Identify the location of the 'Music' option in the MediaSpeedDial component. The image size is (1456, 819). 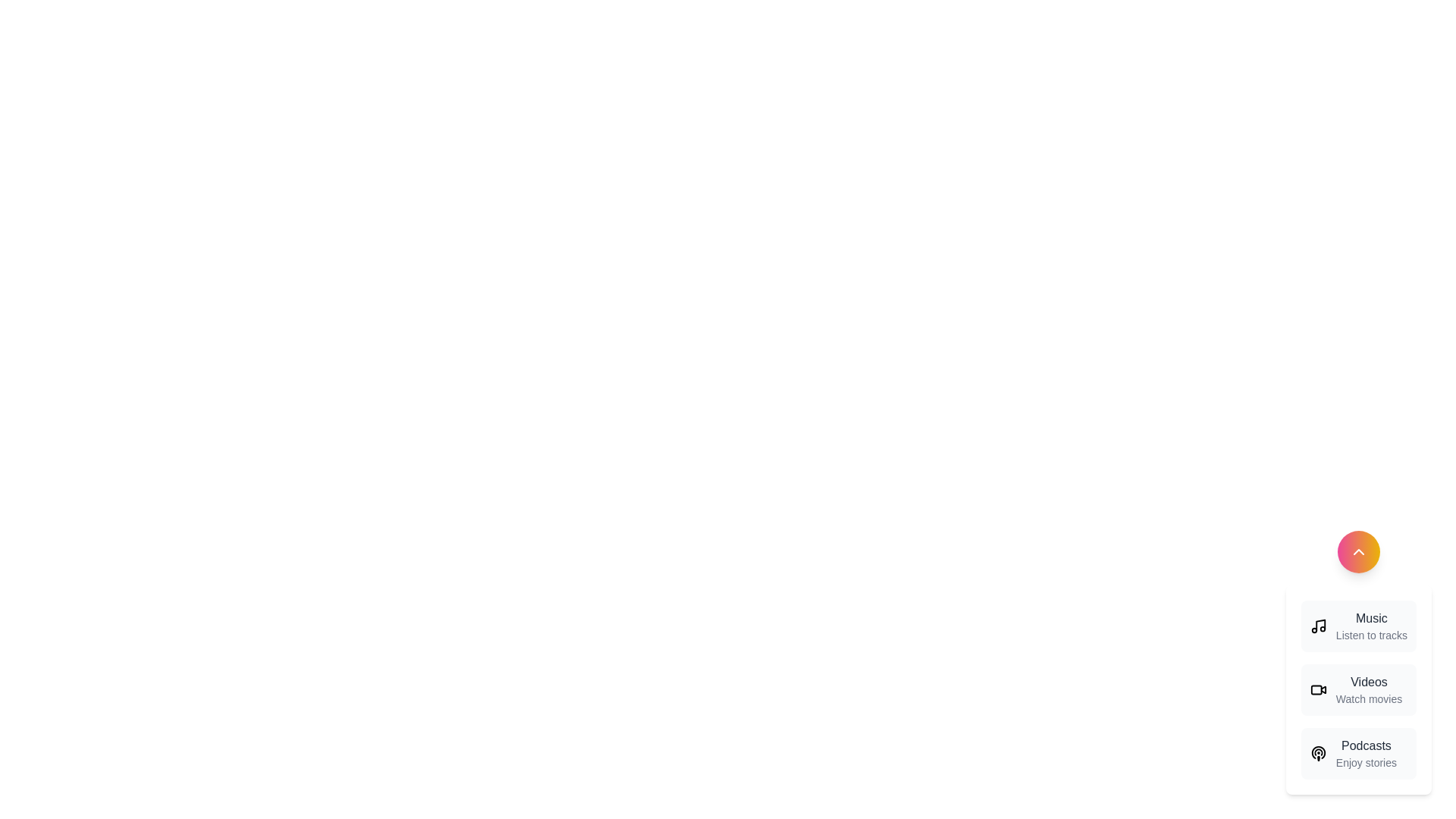
(1358, 626).